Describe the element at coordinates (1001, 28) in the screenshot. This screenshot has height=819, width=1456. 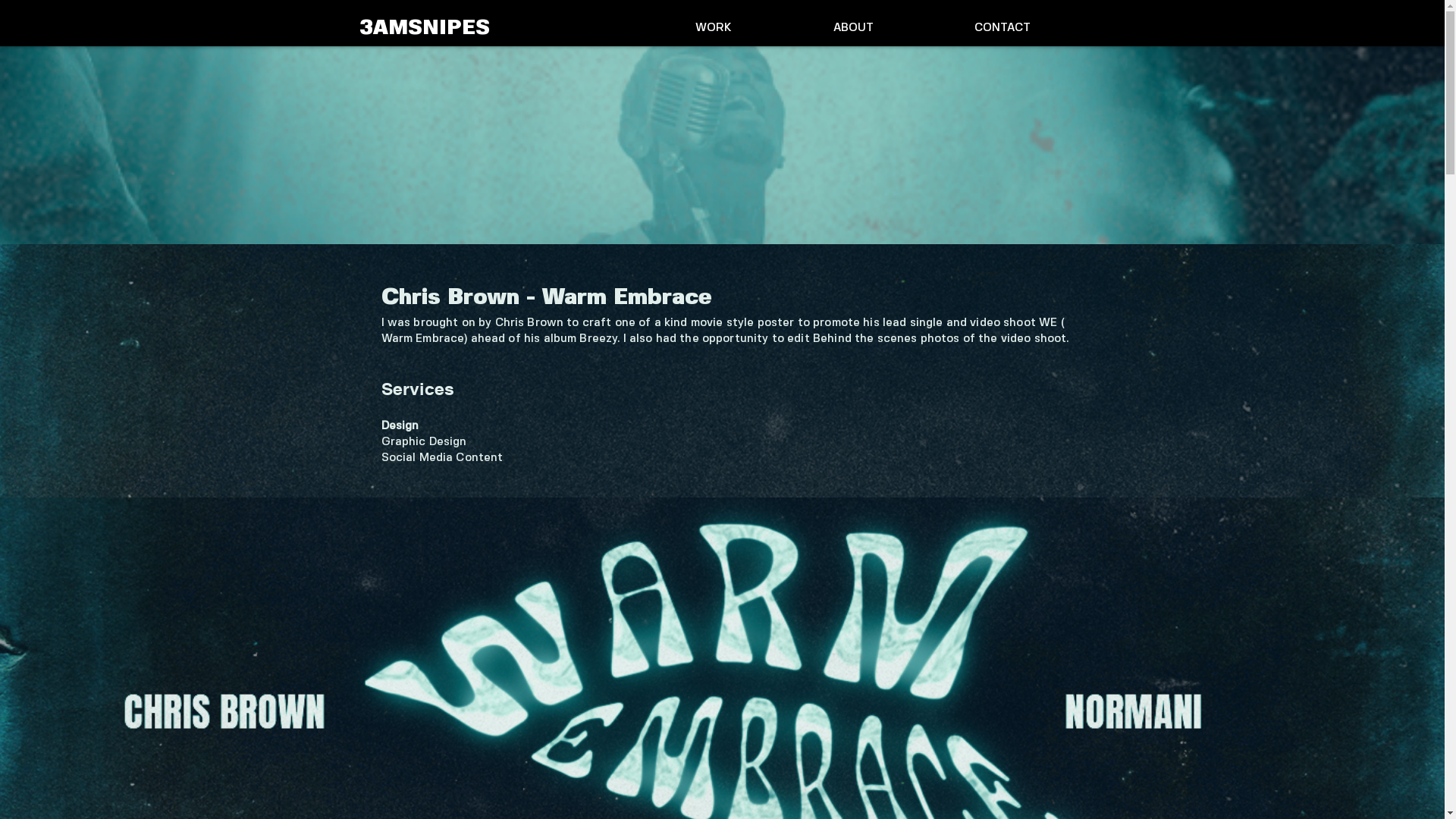
I see `'CONTACT'` at that location.